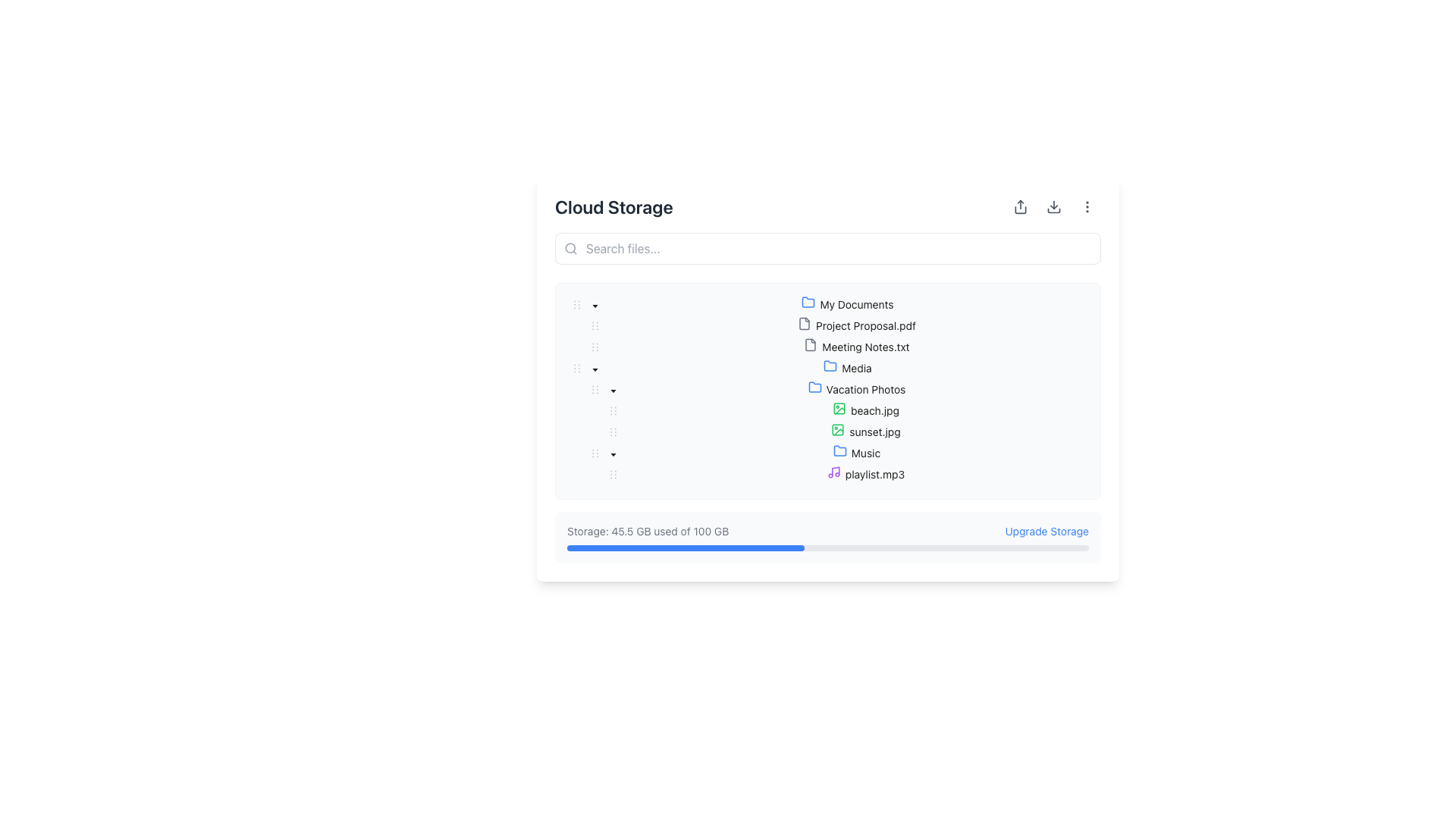  I want to click on to select the file item named 'sunset.jpg' in the file tree structure under 'Vacation Photos', so click(866, 432).